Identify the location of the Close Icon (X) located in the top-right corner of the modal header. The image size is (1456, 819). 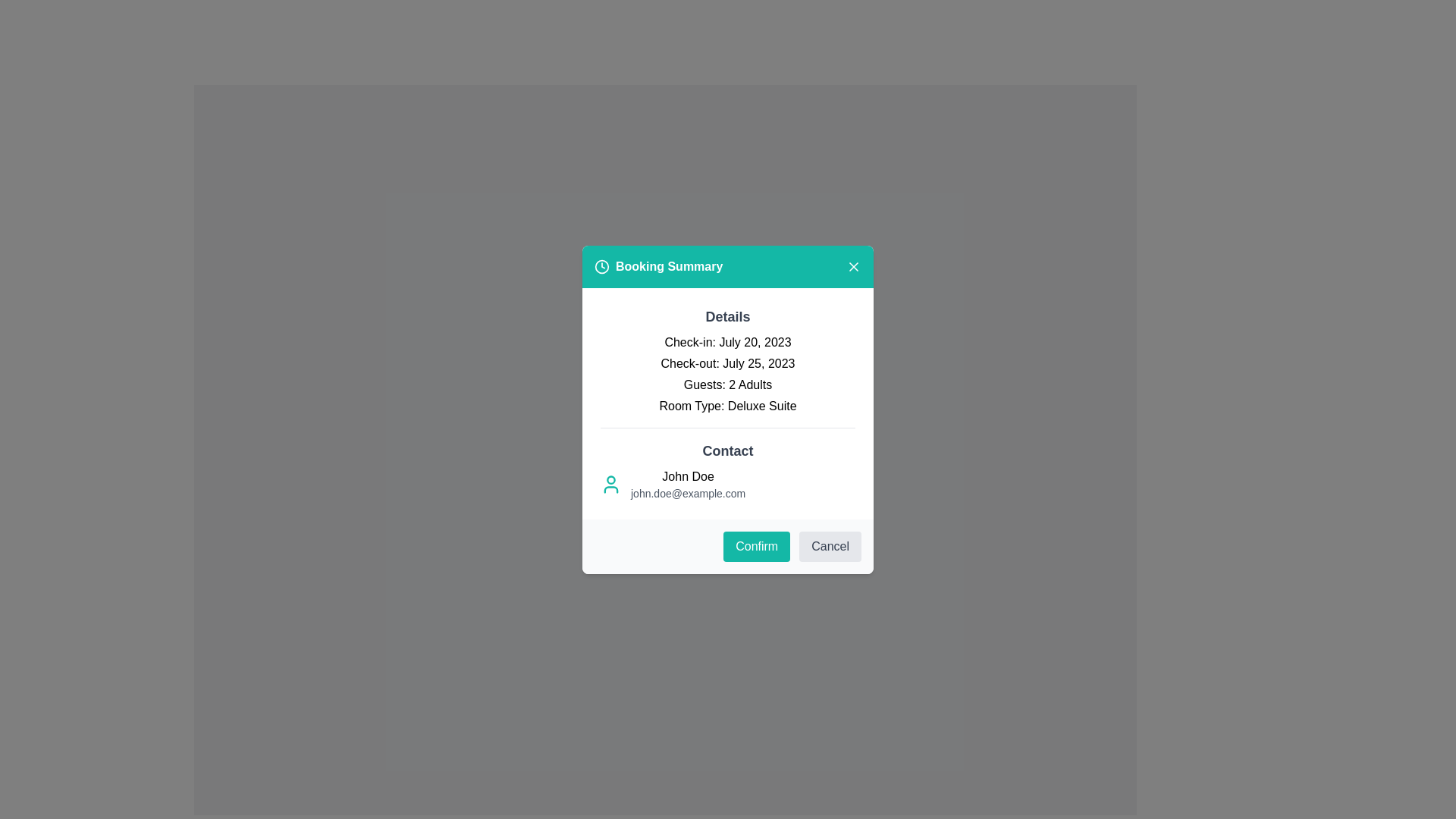
(854, 265).